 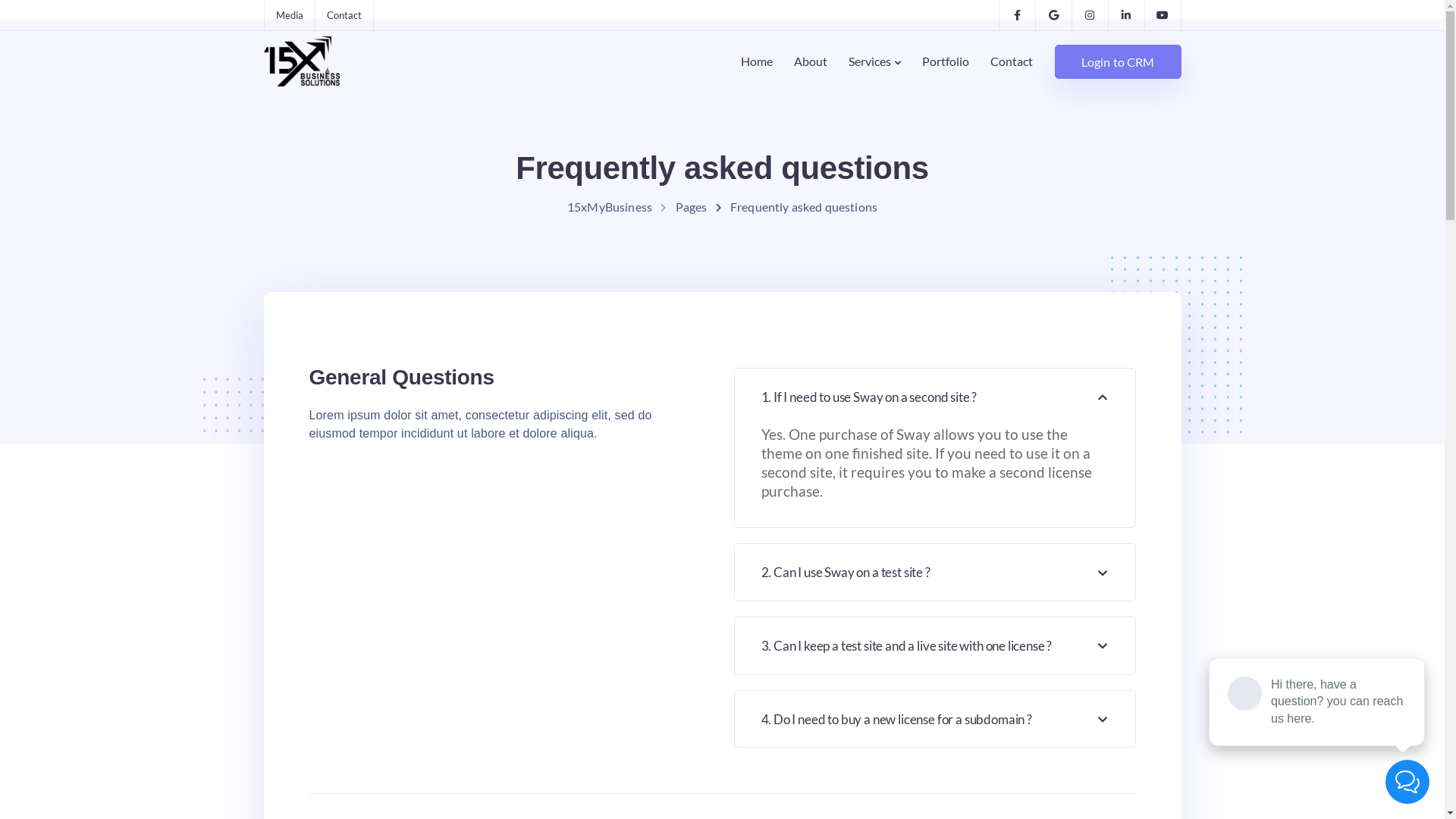 What do you see at coordinates (508, 632) in the screenshot?
I see `'Financial and Legal'` at bounding box center [508, 632].